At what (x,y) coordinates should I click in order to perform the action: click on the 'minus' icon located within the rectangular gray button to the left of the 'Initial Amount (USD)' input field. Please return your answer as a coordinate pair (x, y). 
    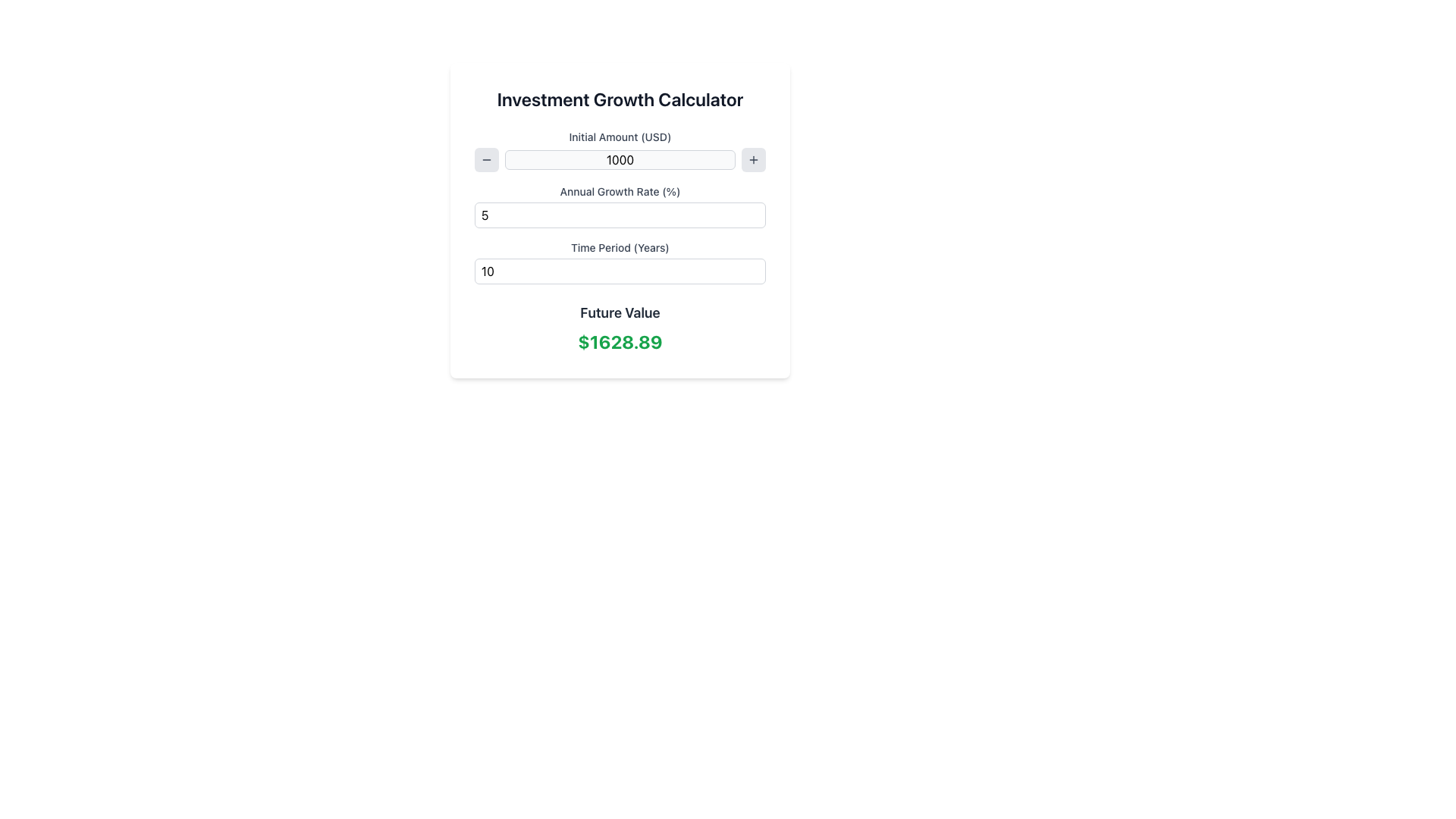
    Looking at the image, I should click on (487, 160).